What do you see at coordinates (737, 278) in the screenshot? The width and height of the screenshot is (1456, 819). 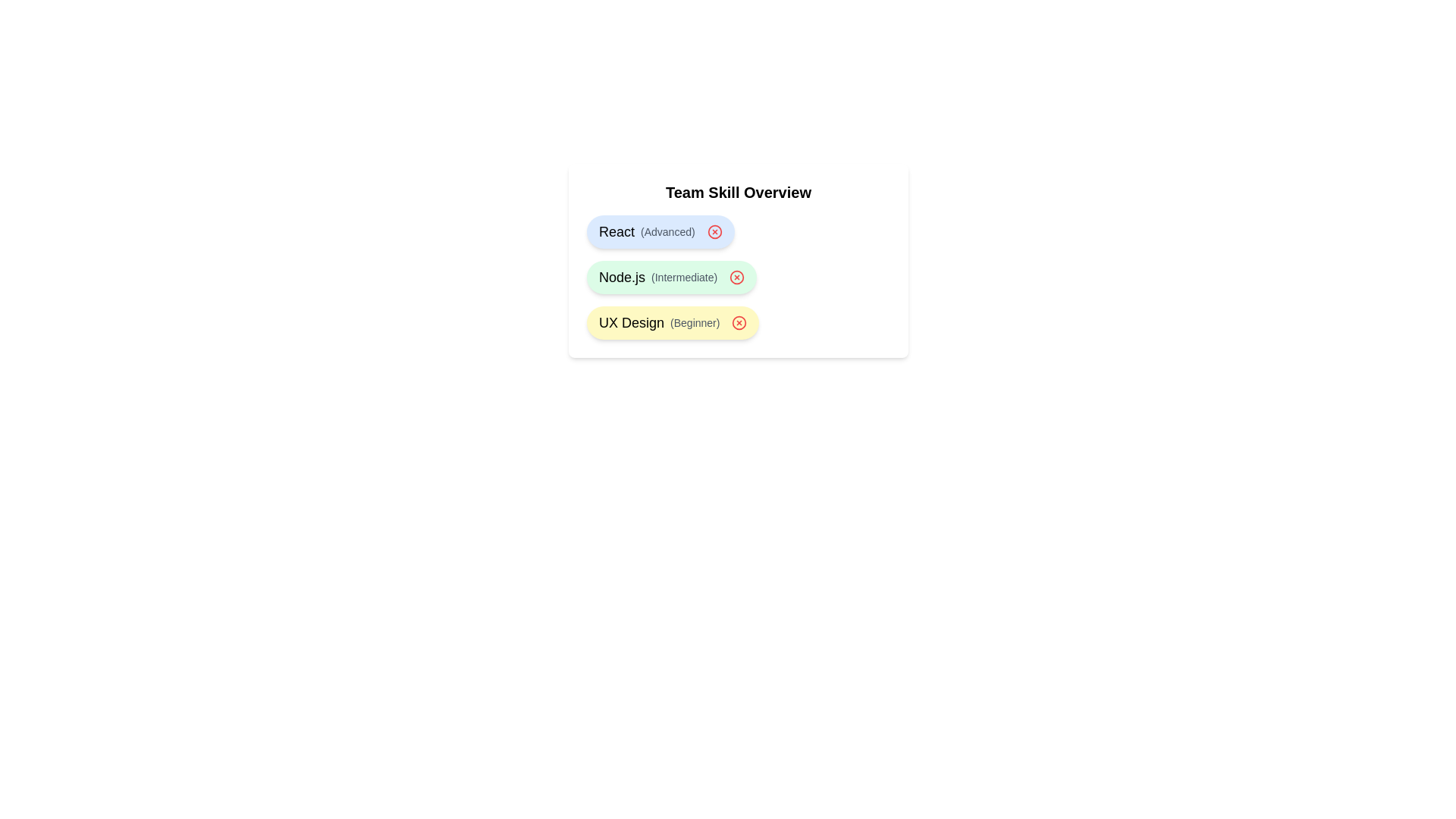 I see `delete button for the skill Node.js` at bounding box center [737, 278].